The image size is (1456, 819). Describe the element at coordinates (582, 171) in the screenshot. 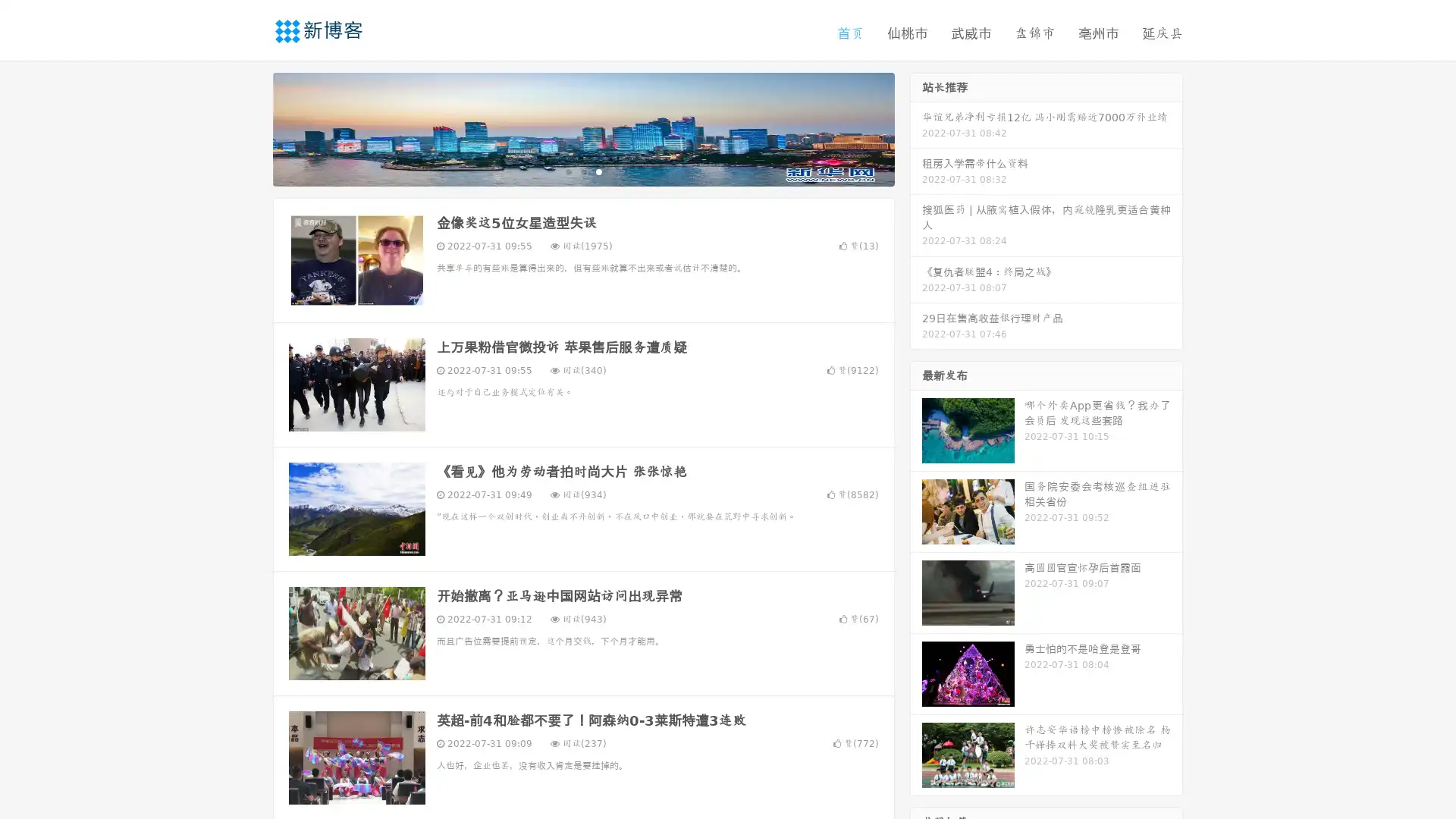

I see `Go to slide 2` at that location.